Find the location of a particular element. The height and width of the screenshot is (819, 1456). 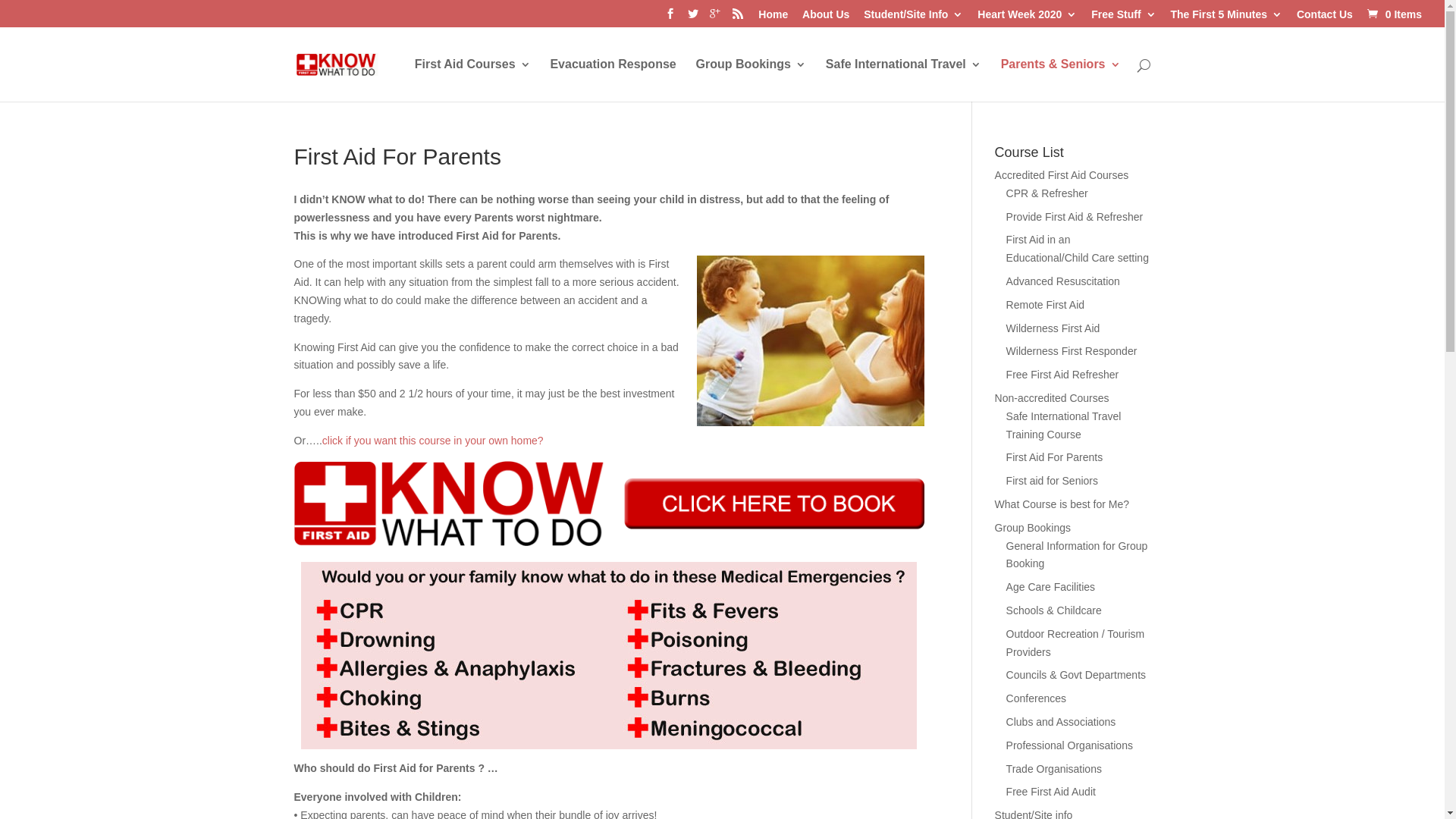

'About Us' is located at coordinates (825, 18).